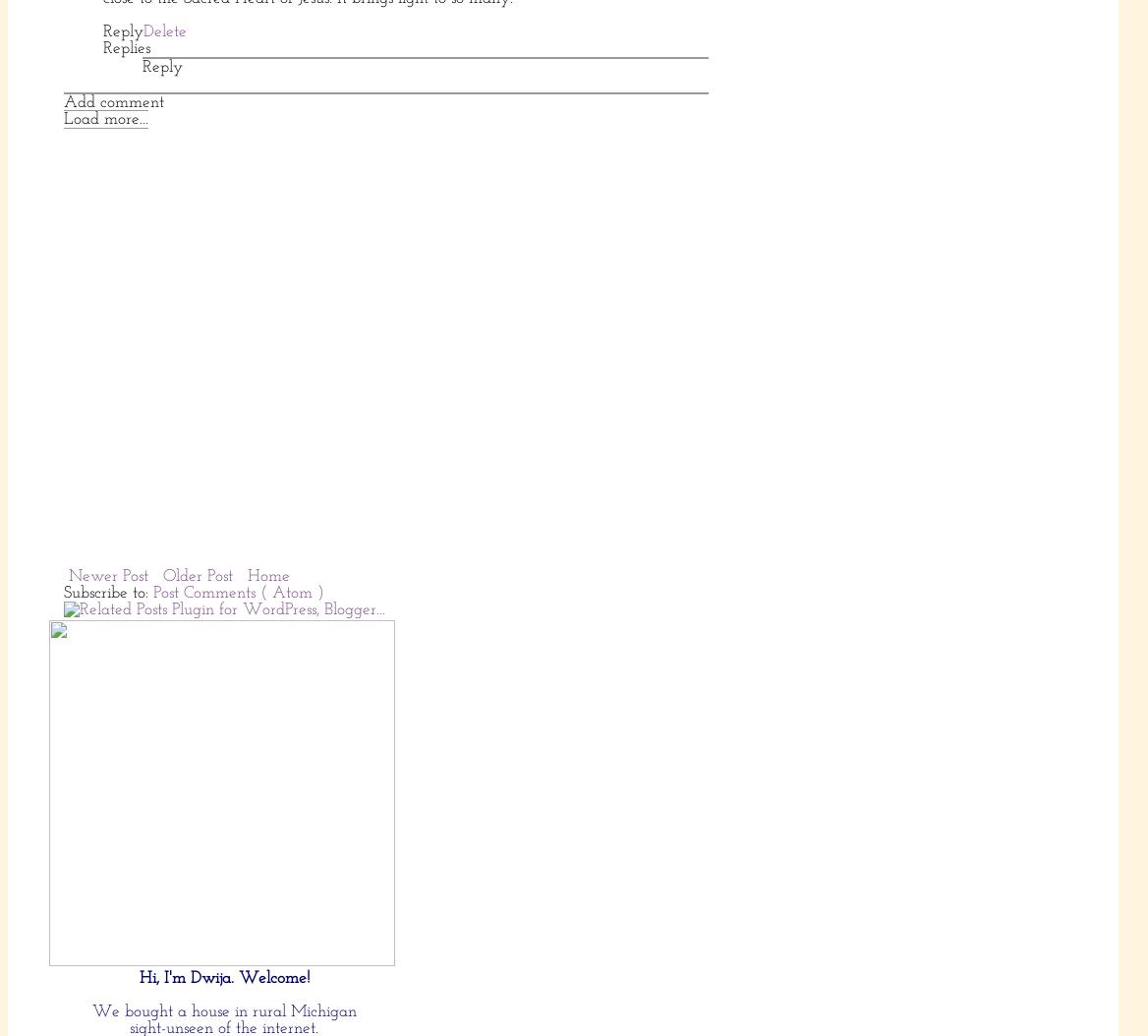 The height and width of the screenshot is (1036, 1148). Describe the element at coordinates (143, 30) in the screenshot. I see `'Delete'` at that location.